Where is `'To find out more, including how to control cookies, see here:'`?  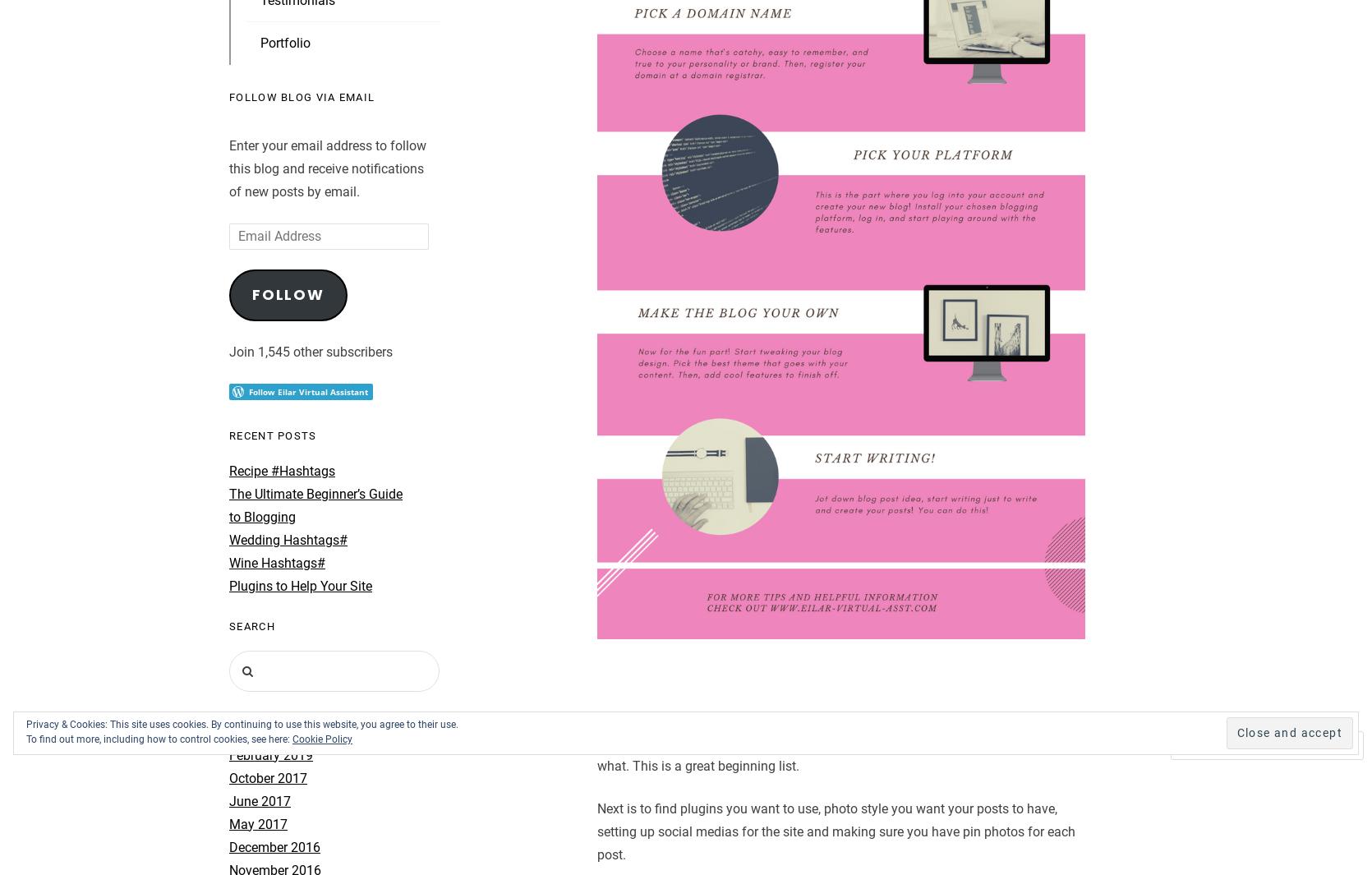 'To find out more, including how to control cookies, see here:' is located at coordinates (159, 739).